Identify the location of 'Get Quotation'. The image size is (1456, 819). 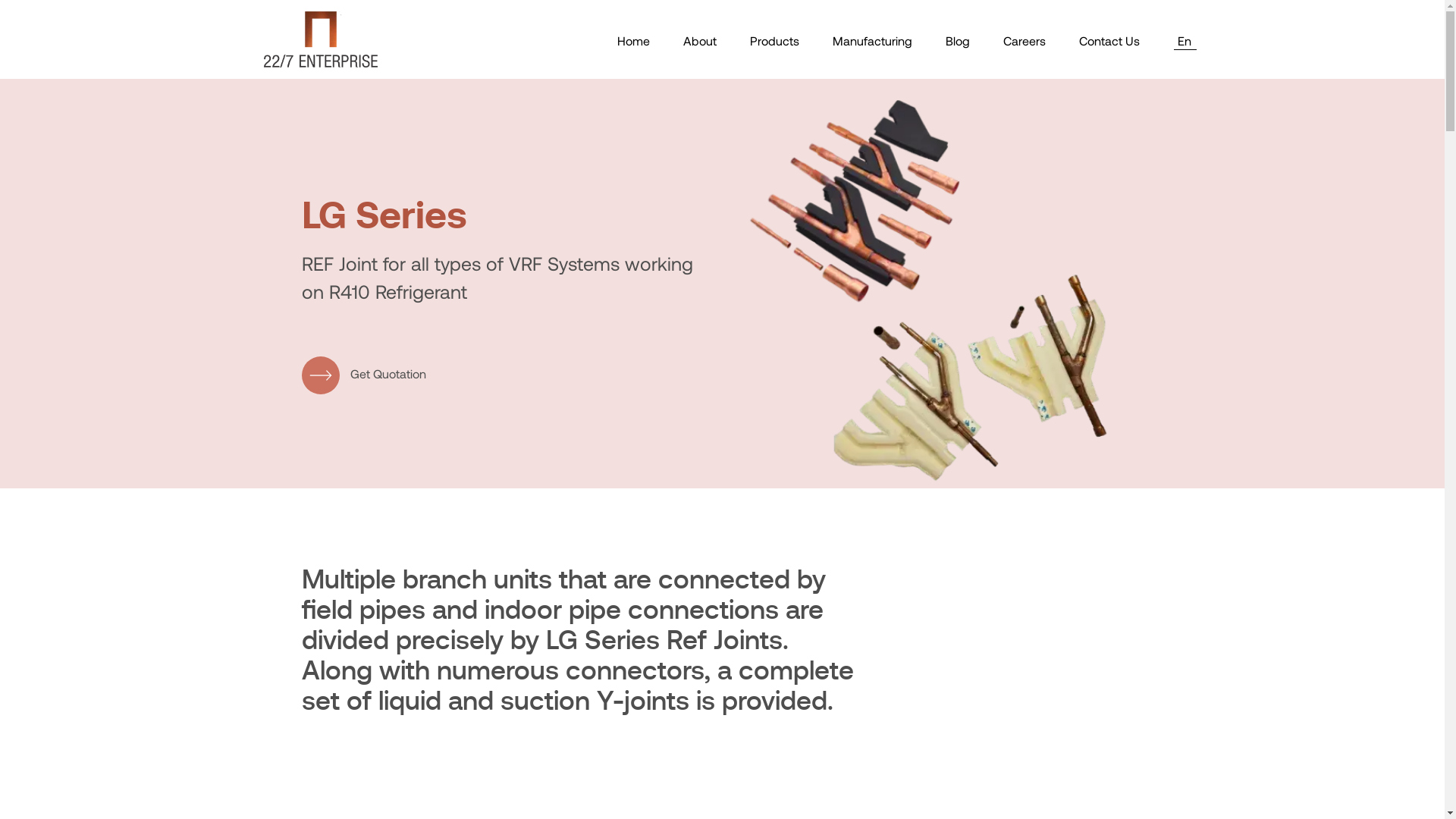
(364, 375).